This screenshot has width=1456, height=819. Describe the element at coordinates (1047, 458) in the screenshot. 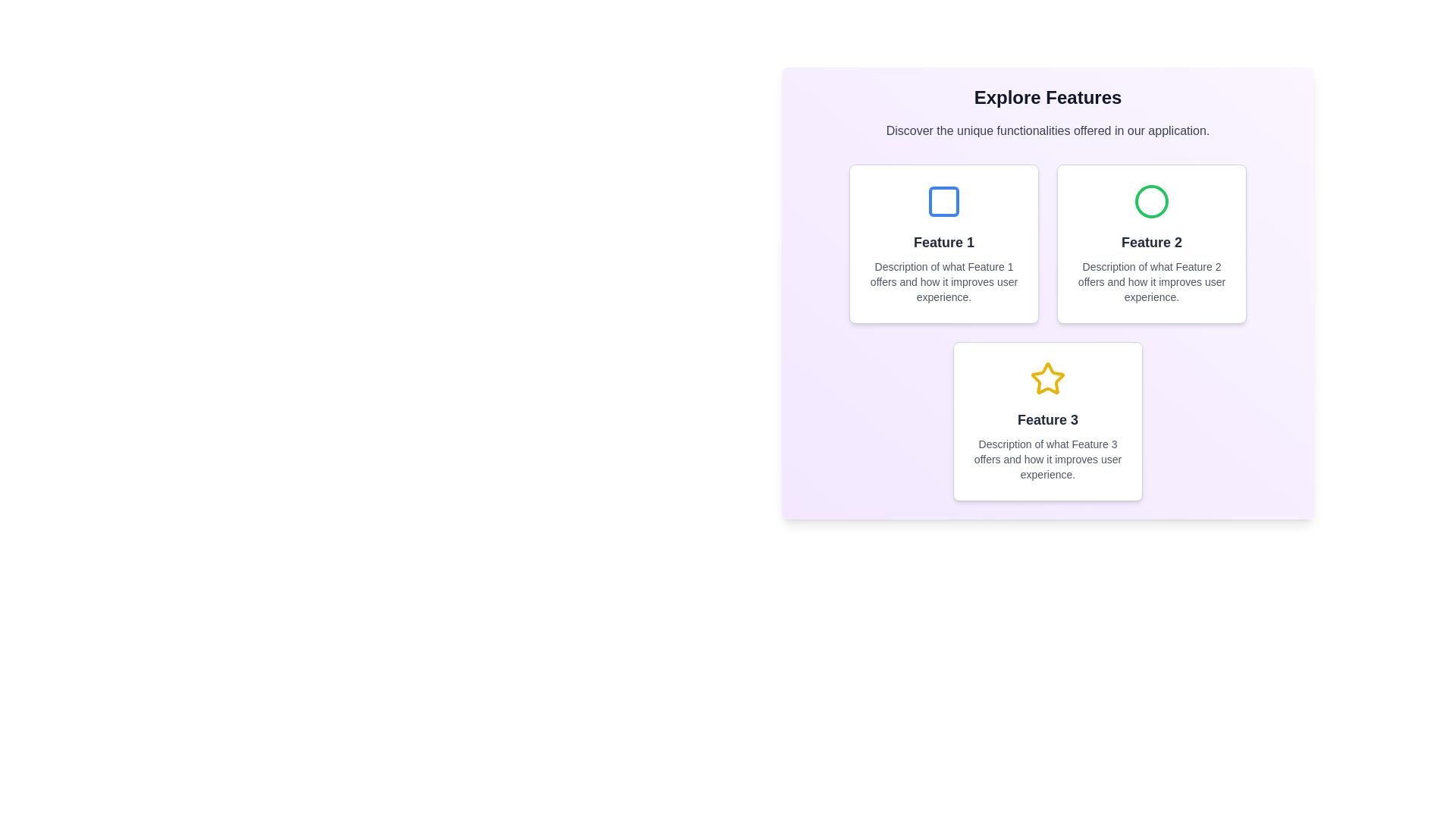

I see `the static text that provides a brief explanatory description of 'Feature 3', located at the base of the third feature card in a three-card grid layout` at that location.